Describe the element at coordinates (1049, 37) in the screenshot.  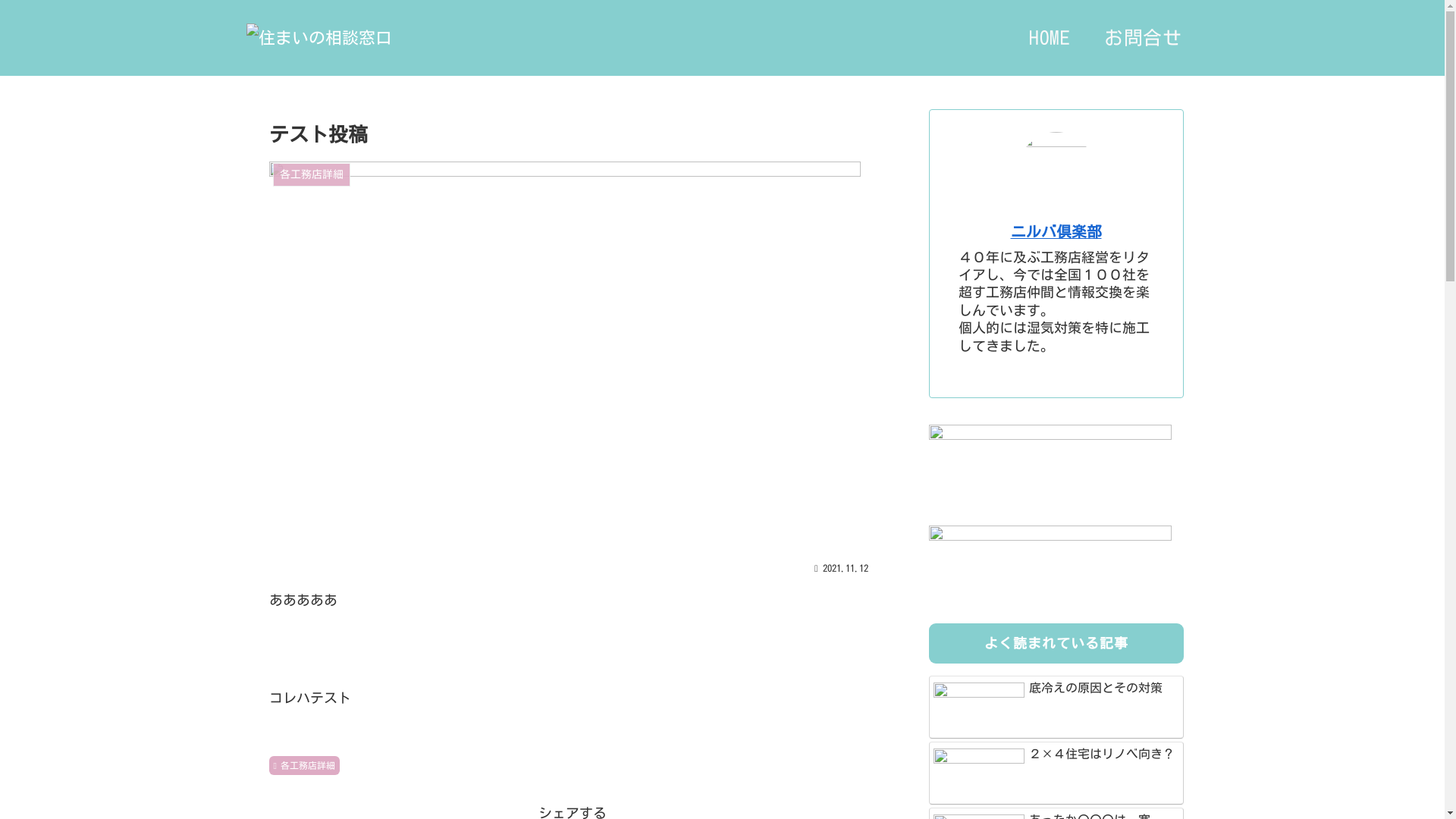
I see `'HOME'` at that location.